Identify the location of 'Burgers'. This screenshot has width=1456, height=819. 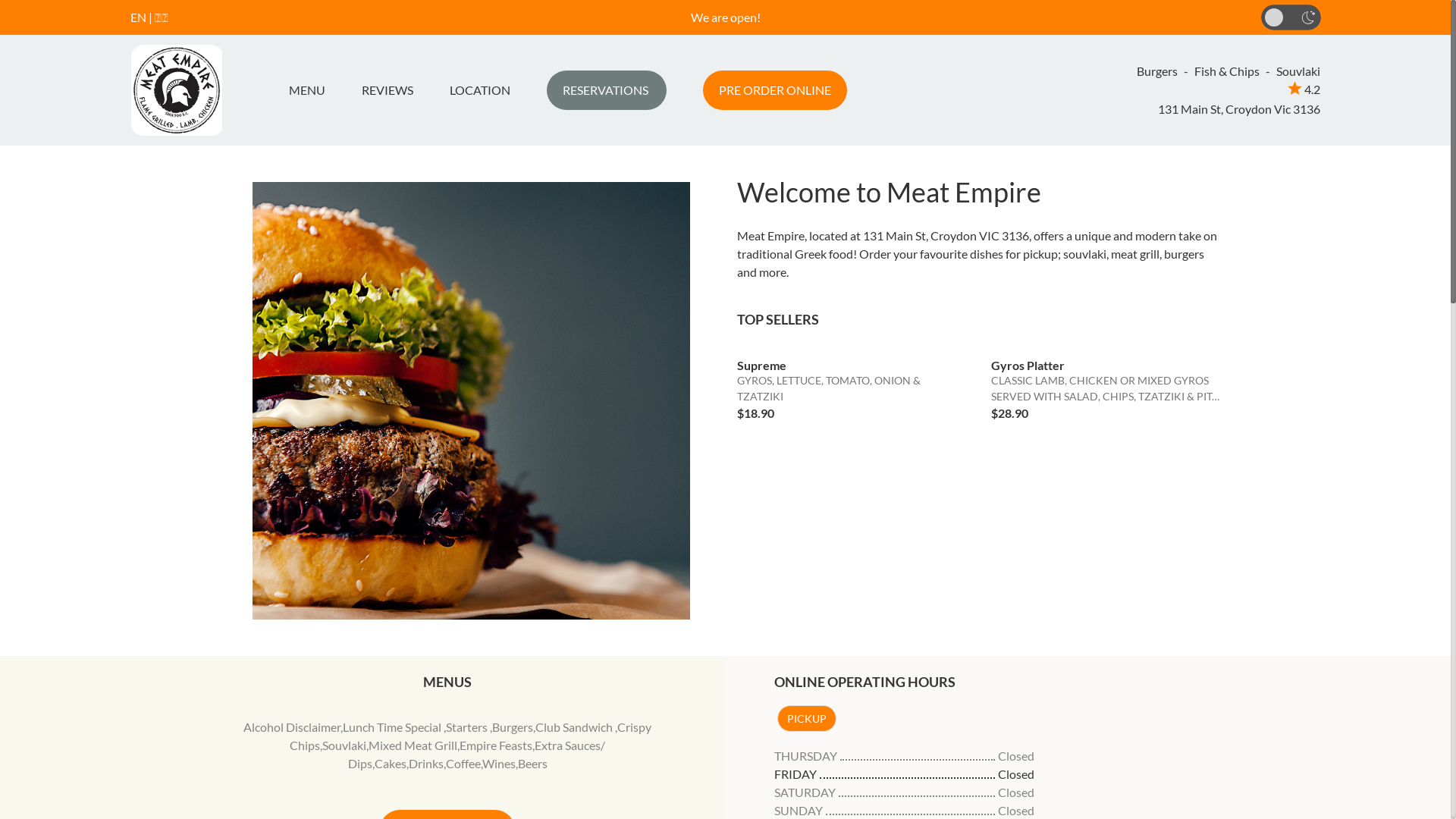
(491, 726).